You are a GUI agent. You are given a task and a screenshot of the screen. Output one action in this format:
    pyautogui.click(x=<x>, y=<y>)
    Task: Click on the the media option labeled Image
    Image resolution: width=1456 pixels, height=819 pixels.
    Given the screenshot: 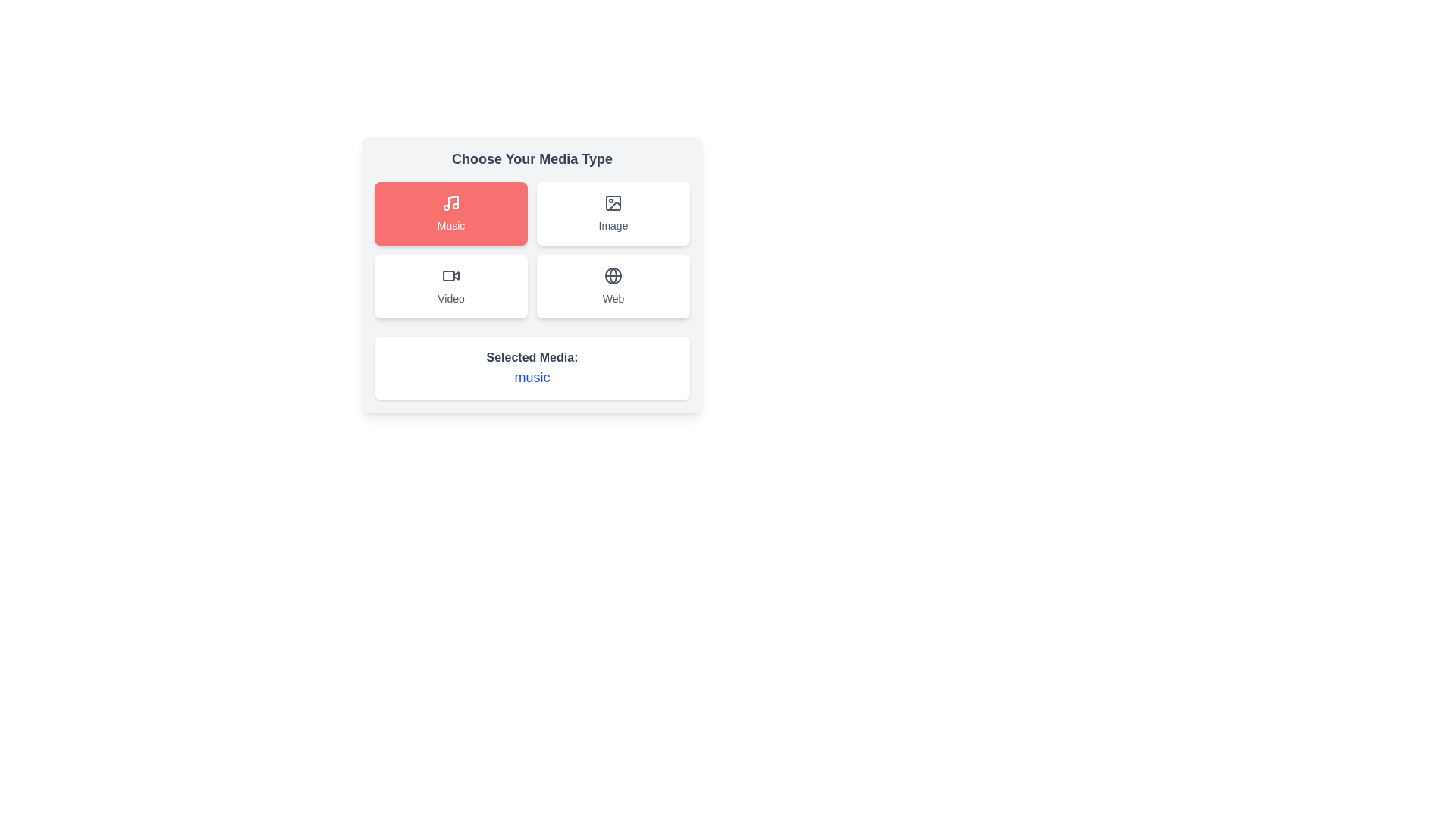 What is the action you would take?
    pyautogui.click(x=613, y=213)
    